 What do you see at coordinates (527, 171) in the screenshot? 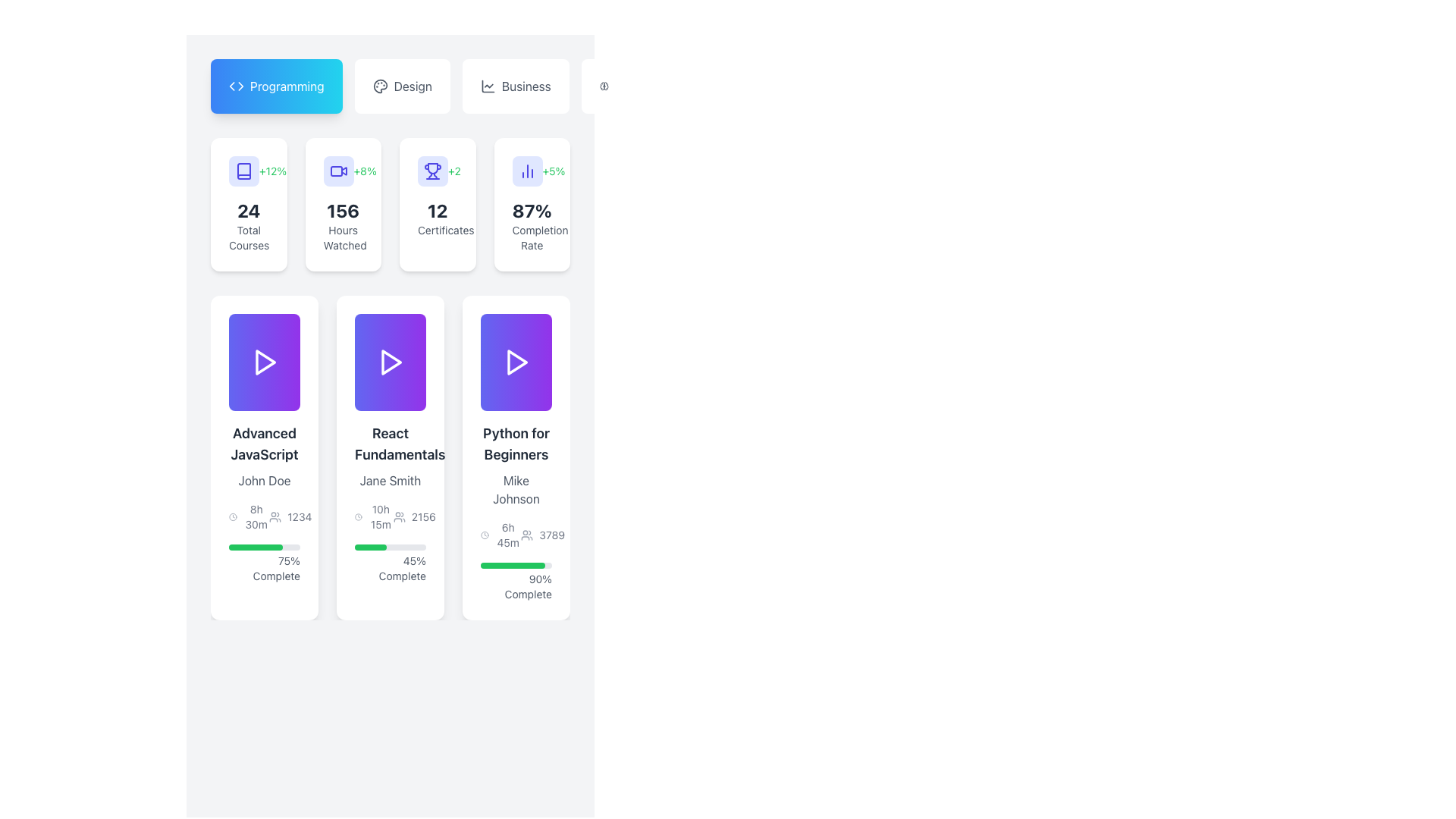
I see `the icon representing the '87% Completion Rate'` at bounding box center [527, 171].